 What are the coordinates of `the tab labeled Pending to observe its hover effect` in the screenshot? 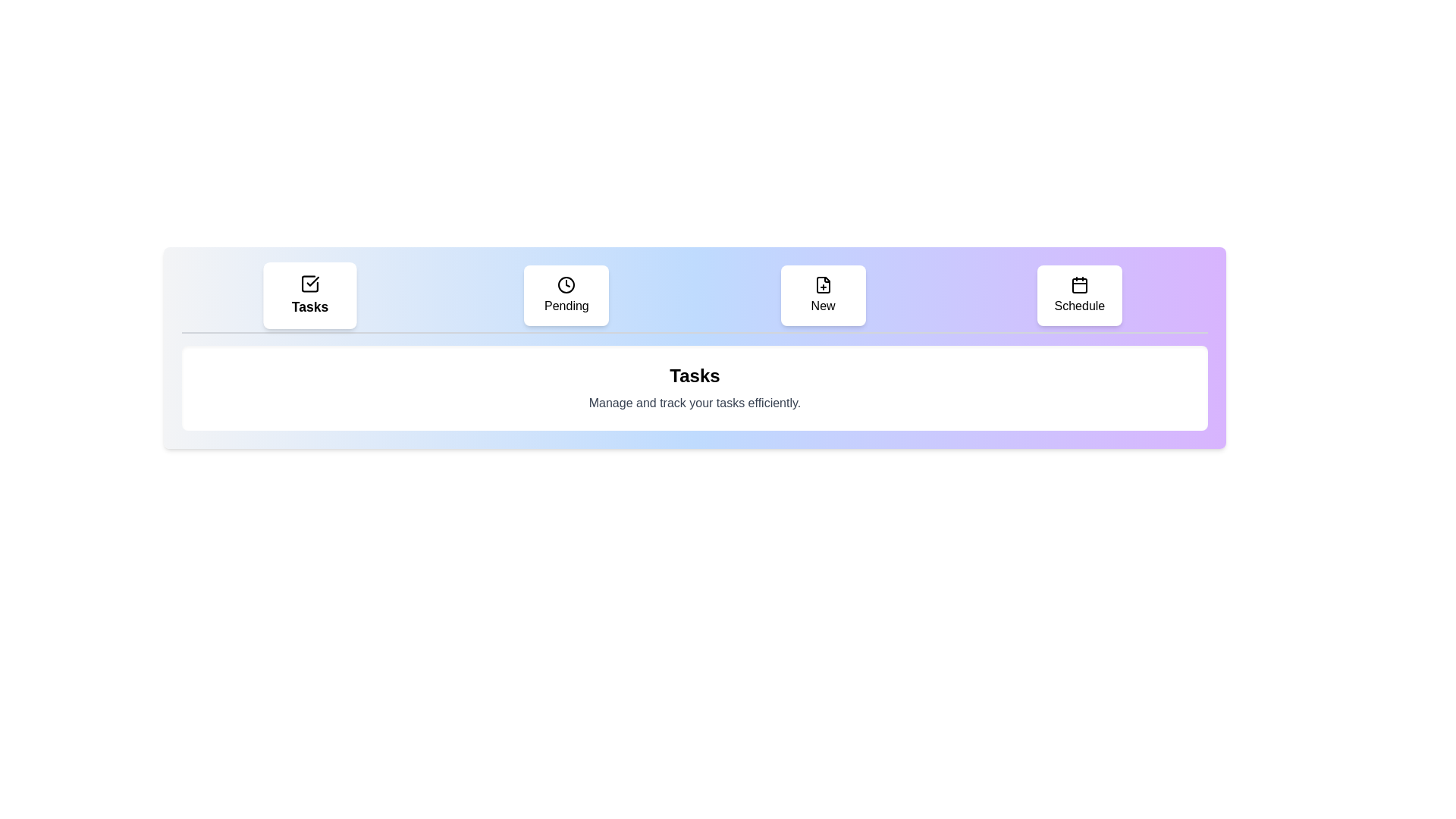 It's located at (566, 295).